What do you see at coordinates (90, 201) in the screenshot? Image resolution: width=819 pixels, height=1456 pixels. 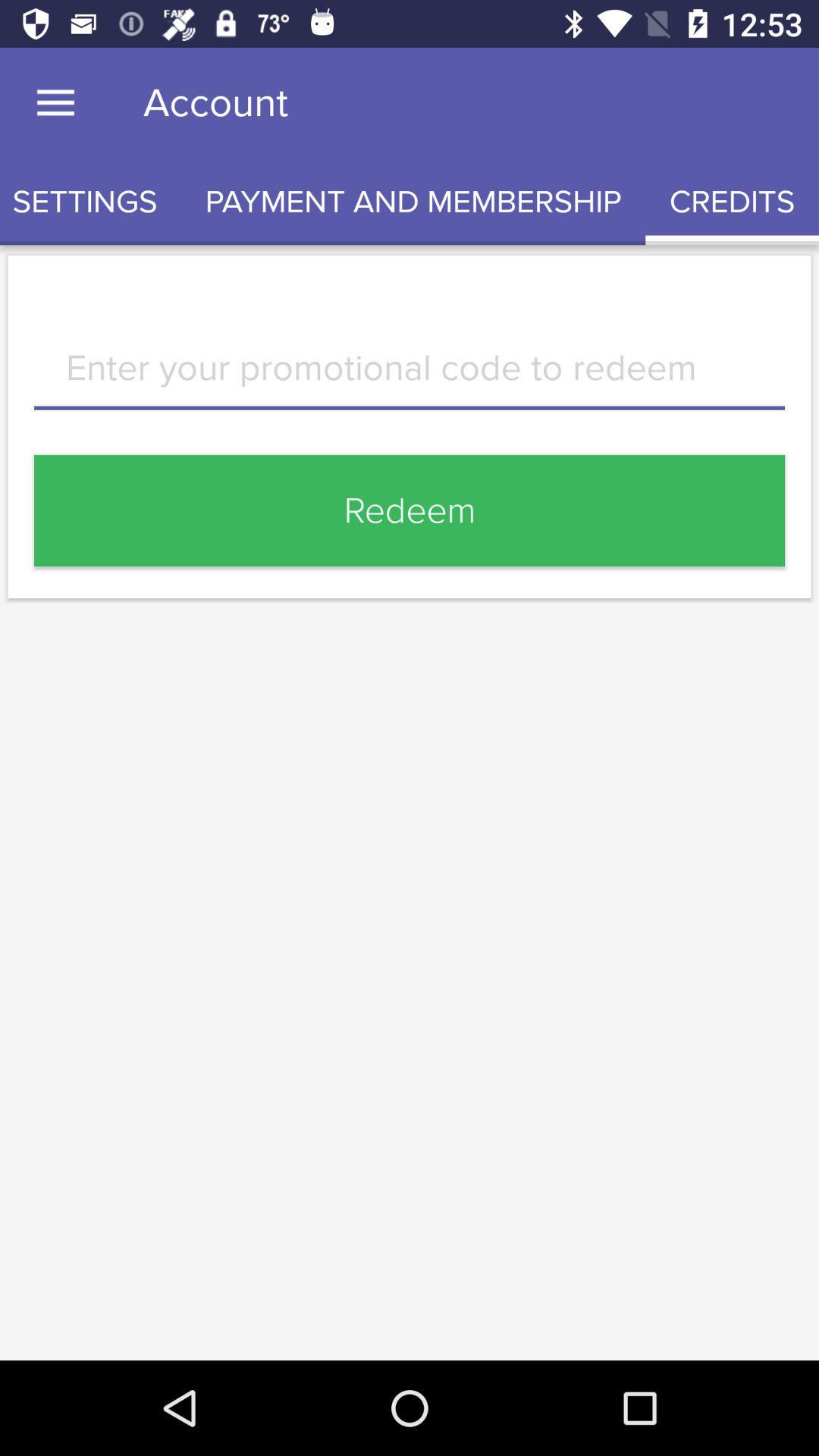 I see `the settings item` at bounding box center [90, 201].